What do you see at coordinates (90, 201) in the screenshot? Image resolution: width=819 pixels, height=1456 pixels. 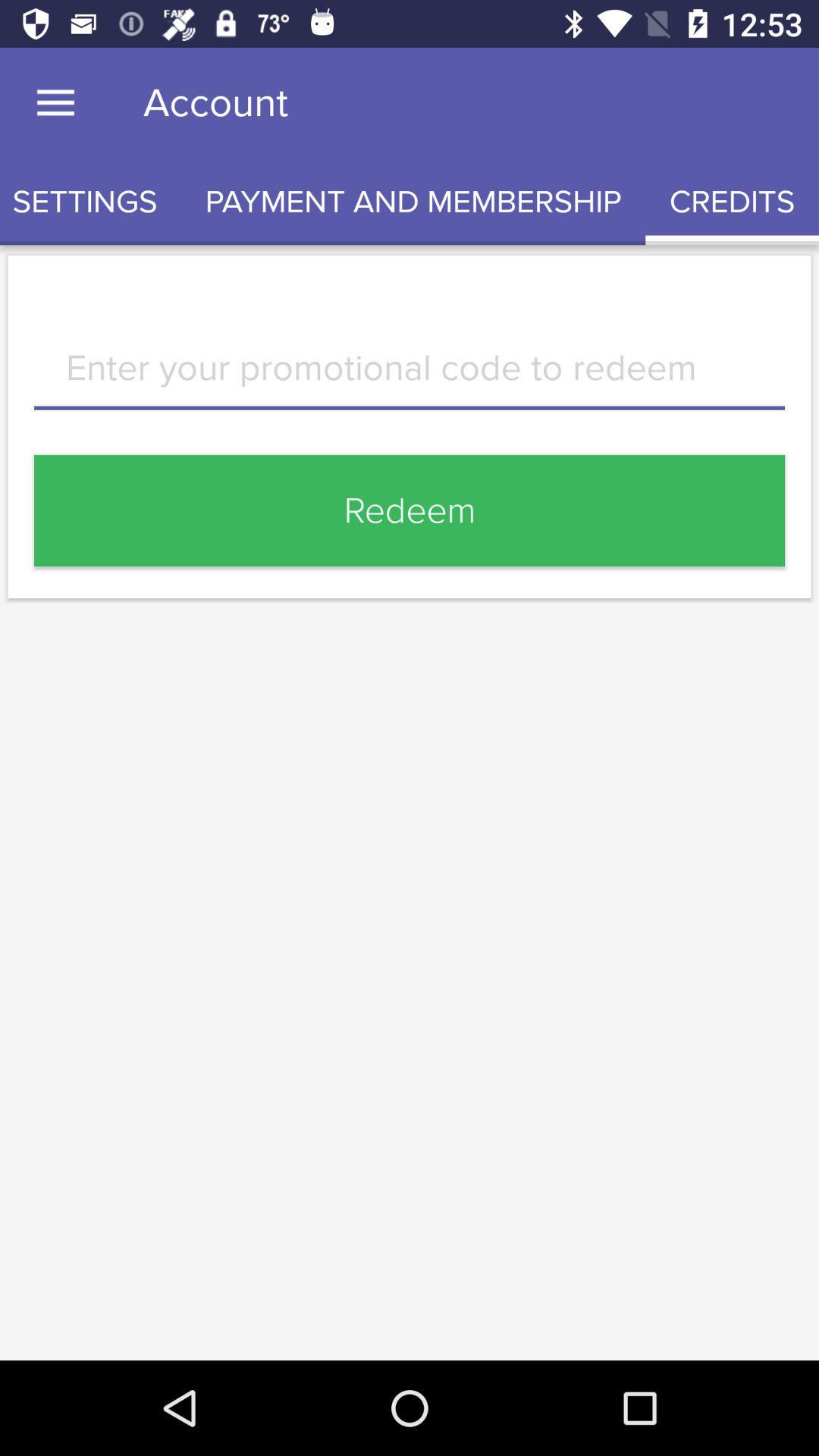 I see `the settings item` at bounding box center [90, 201].